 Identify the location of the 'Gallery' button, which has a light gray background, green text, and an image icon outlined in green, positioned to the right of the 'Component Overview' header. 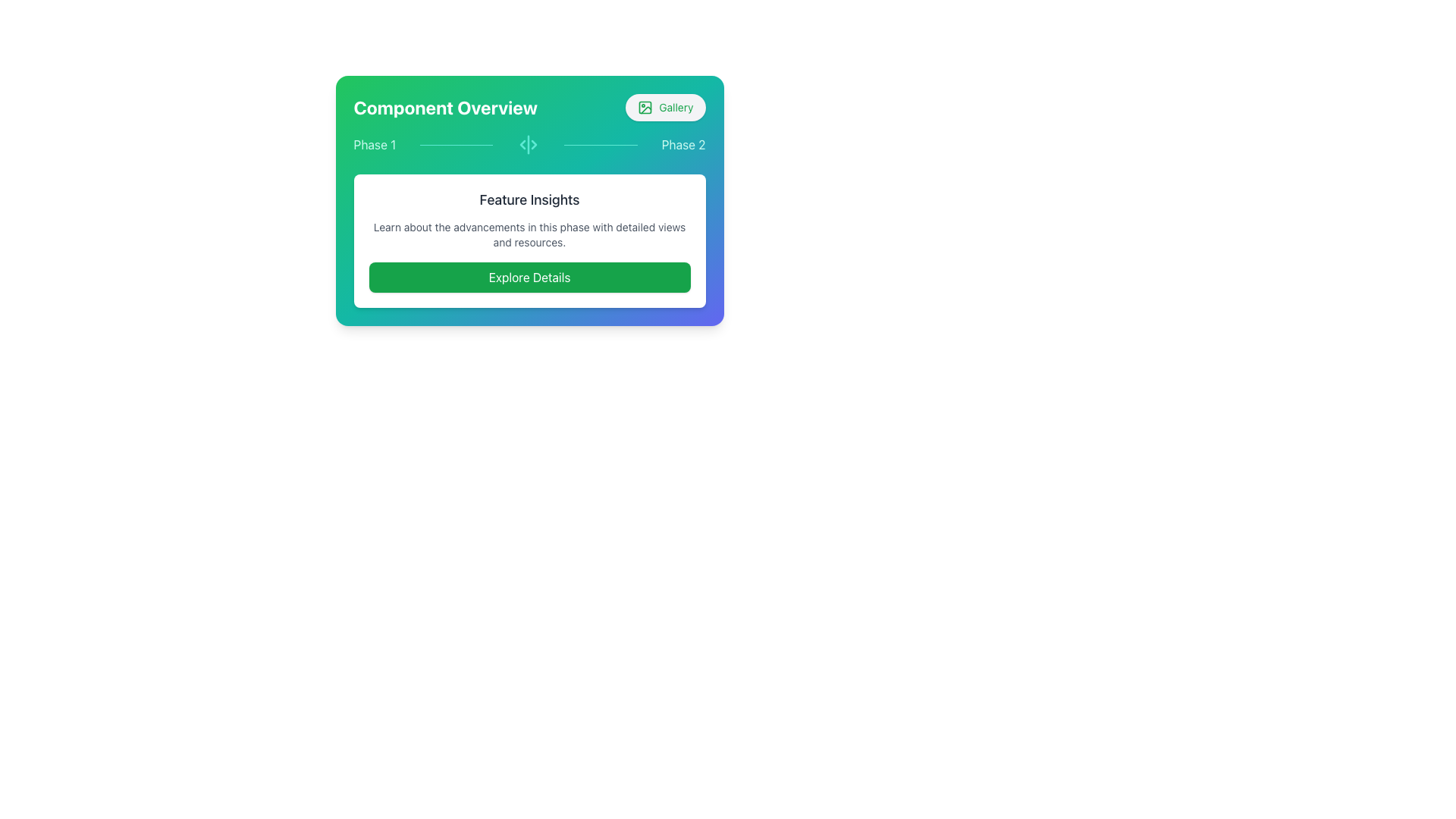
(665, 107).